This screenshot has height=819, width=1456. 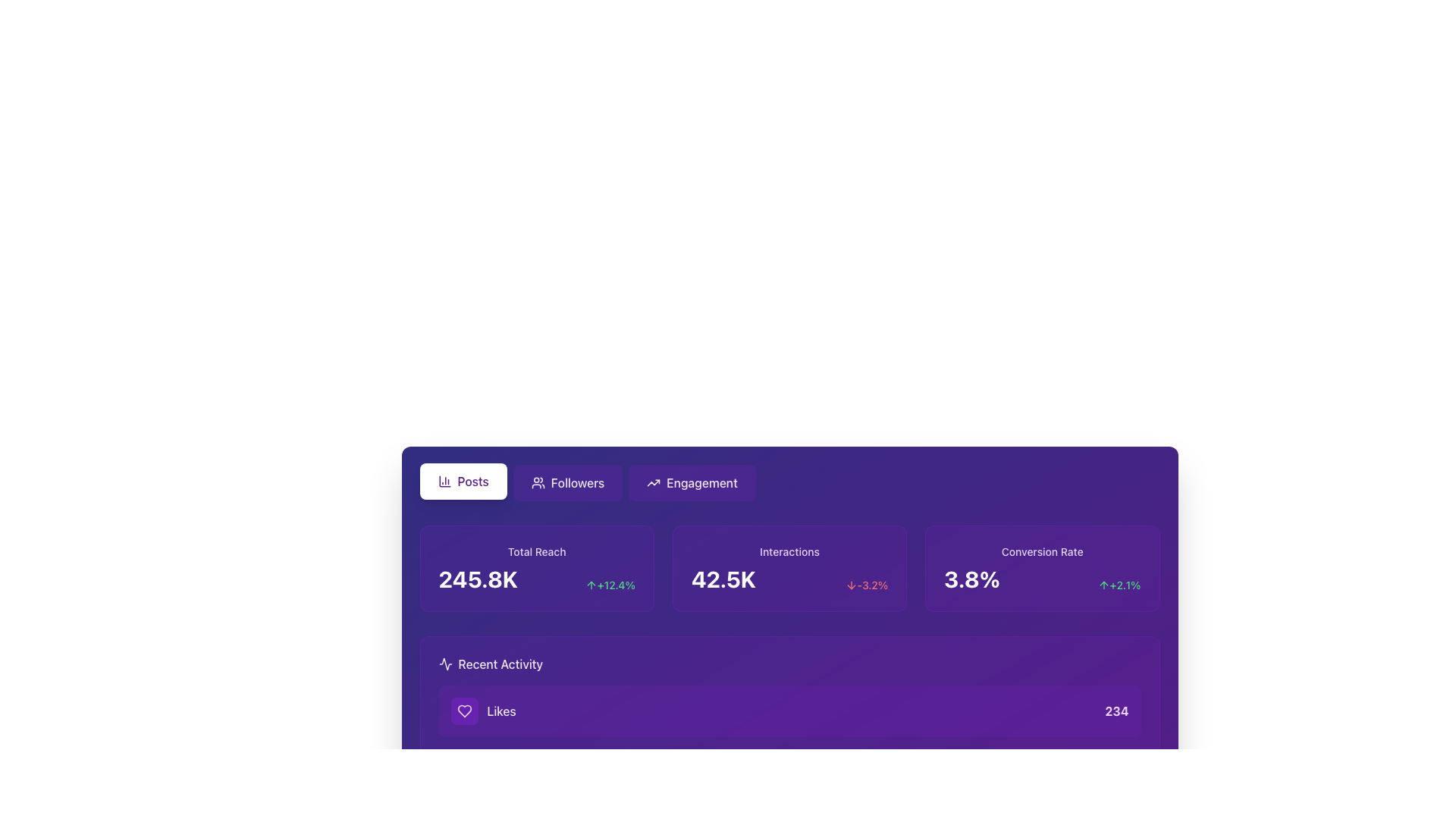 I want to click on the 'Posts' button icon, so click(x=444, y=482).